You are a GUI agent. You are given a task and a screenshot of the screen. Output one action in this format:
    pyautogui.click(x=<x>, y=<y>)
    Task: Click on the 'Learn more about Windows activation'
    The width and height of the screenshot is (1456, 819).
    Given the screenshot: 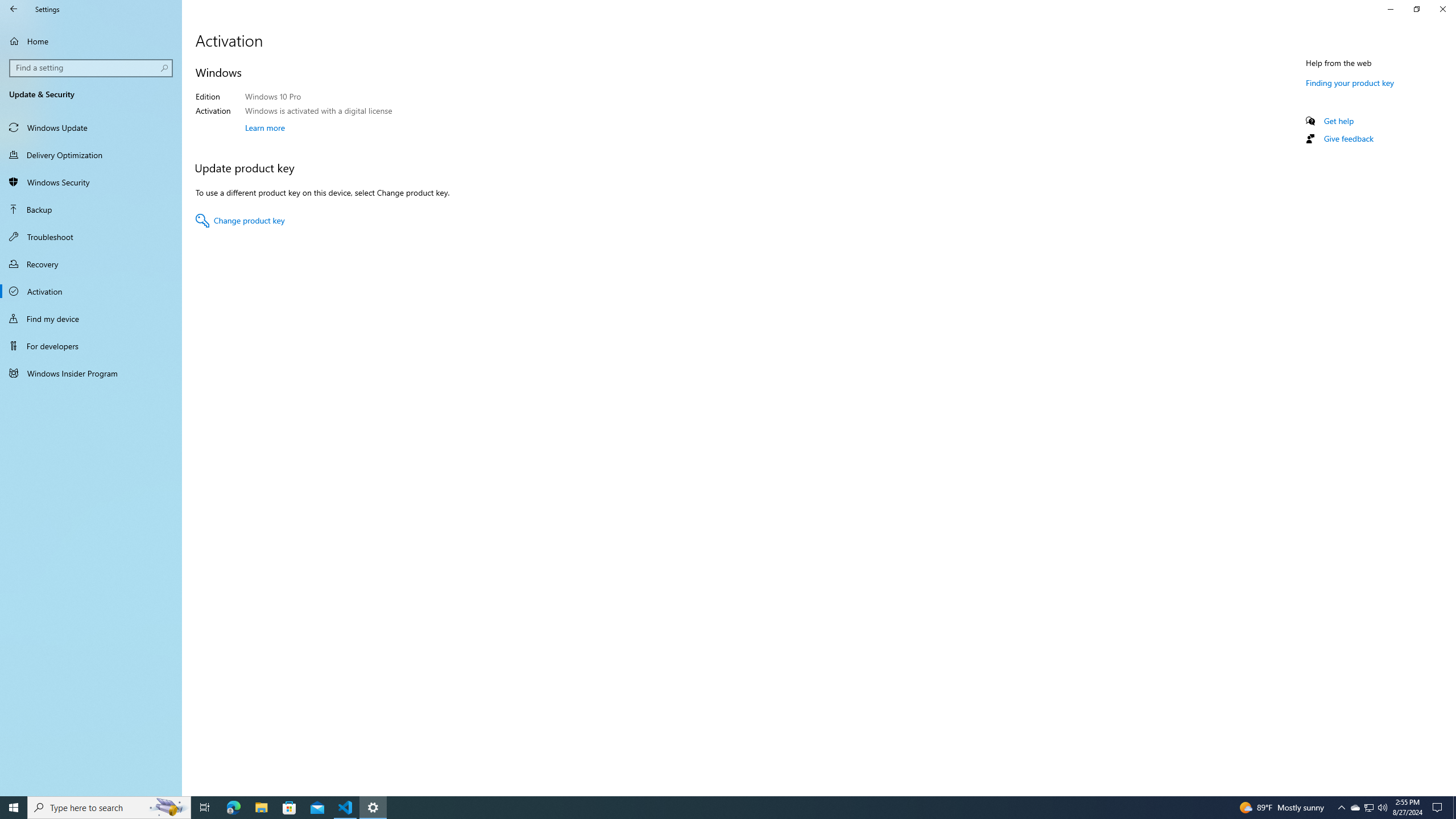 What is the action you would take?
    pyautogui.click(x=264, y=126)
    